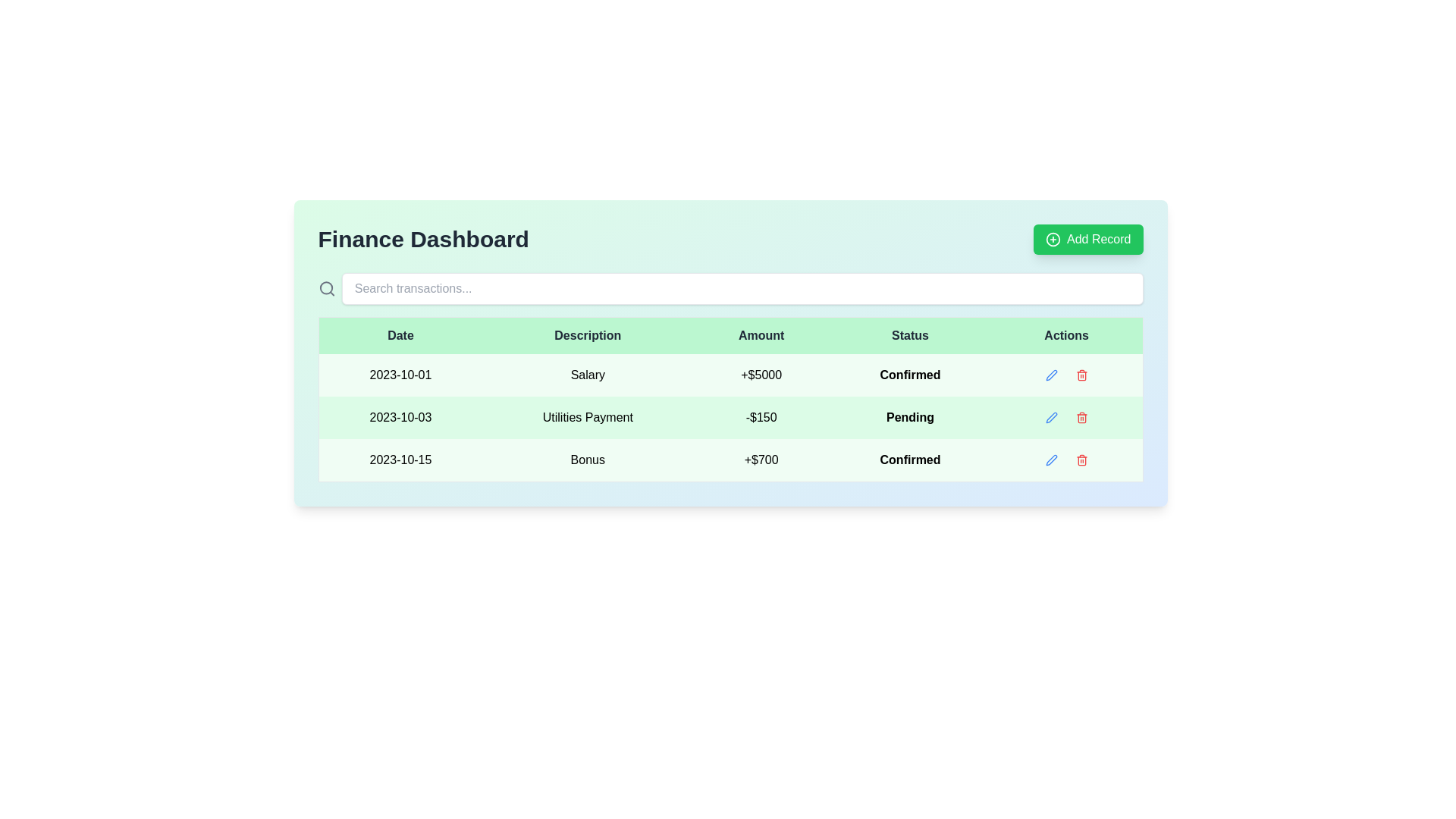  I want to click on the 'Date' text label in the first column of the third row of the table, which indicates the associated date for the data in that row, so click(400, 460).